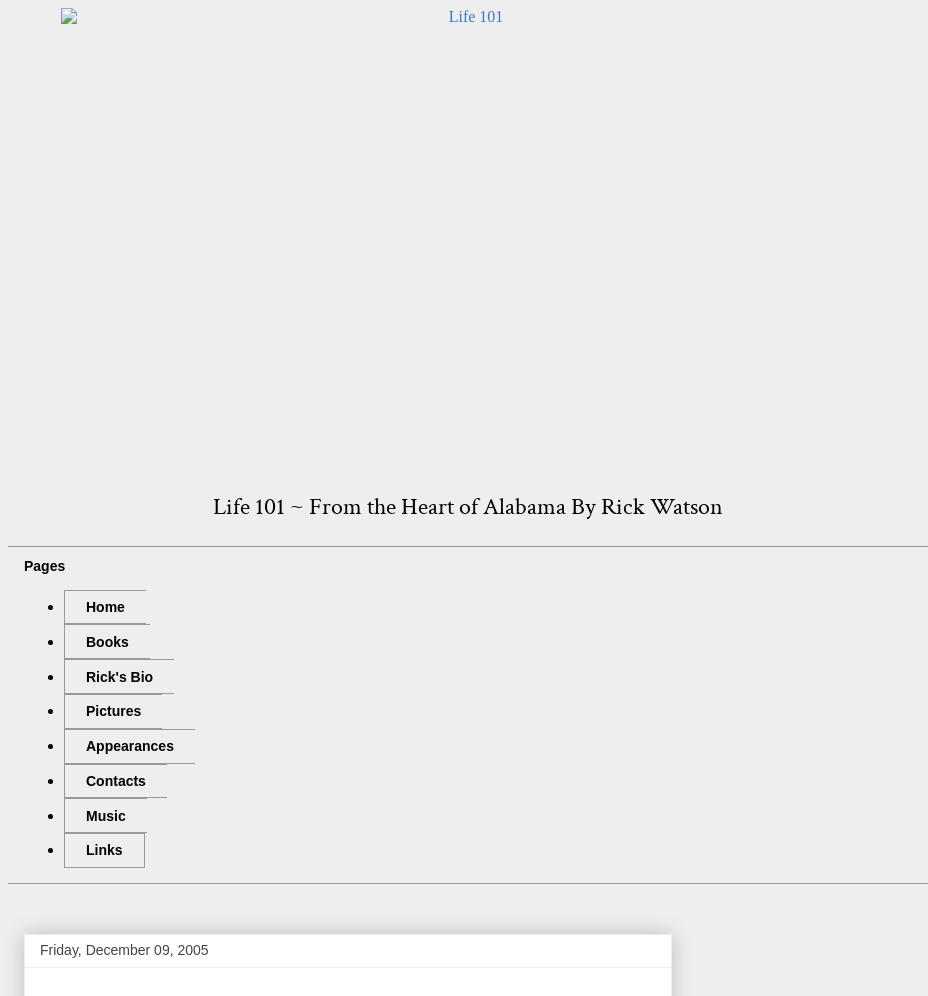 The height and width of the screenshot is (996, 928). Describe the element at coordinates (119, 675) in the screenshot. I see `'Rick's Bio'` at that location.